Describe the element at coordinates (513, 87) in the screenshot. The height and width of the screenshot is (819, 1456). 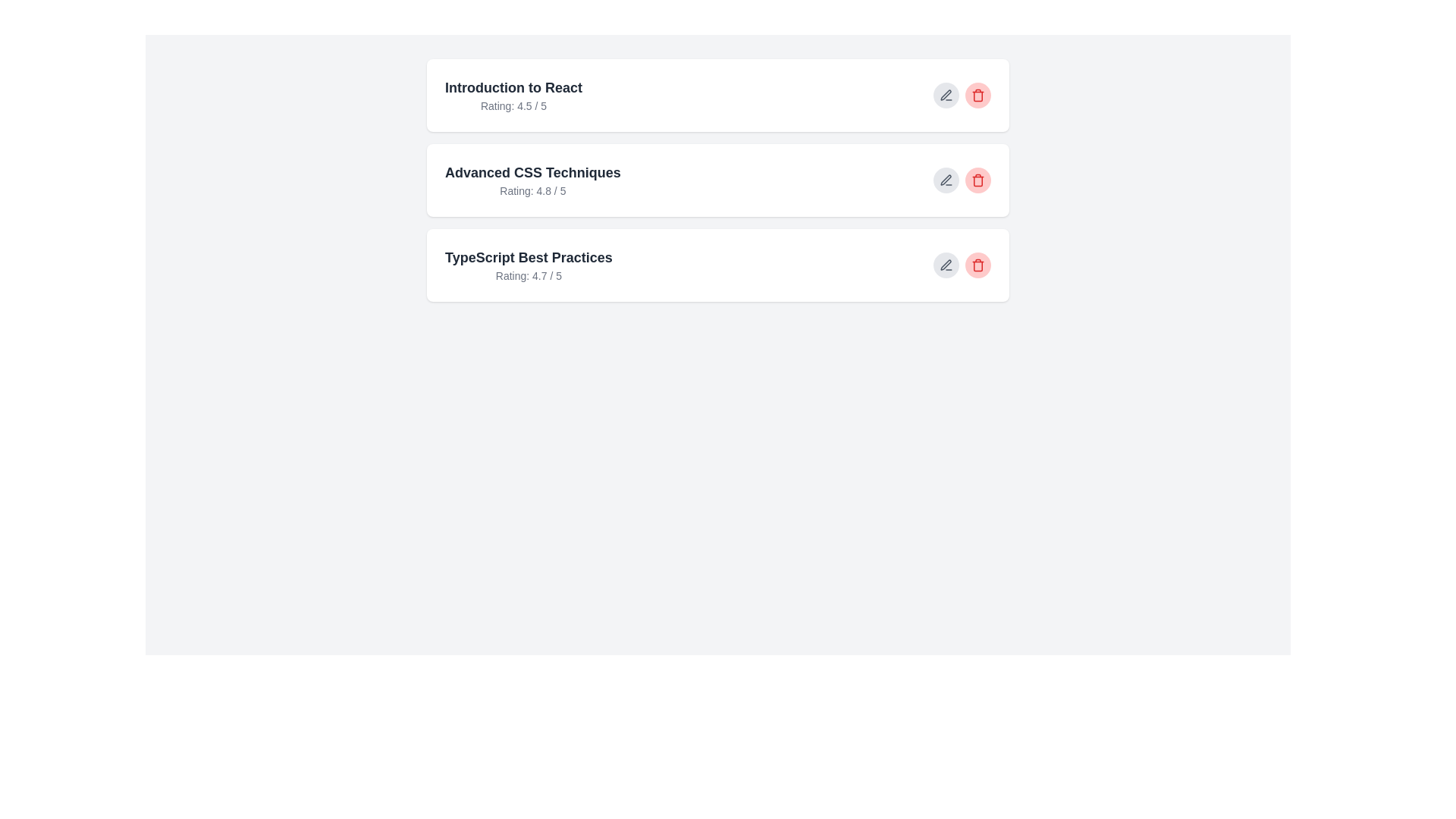
I see `the title text label of the first card, which is positioned above the rating text 'Rating: 4.5 / 5' and centered within the card's width` at that location.